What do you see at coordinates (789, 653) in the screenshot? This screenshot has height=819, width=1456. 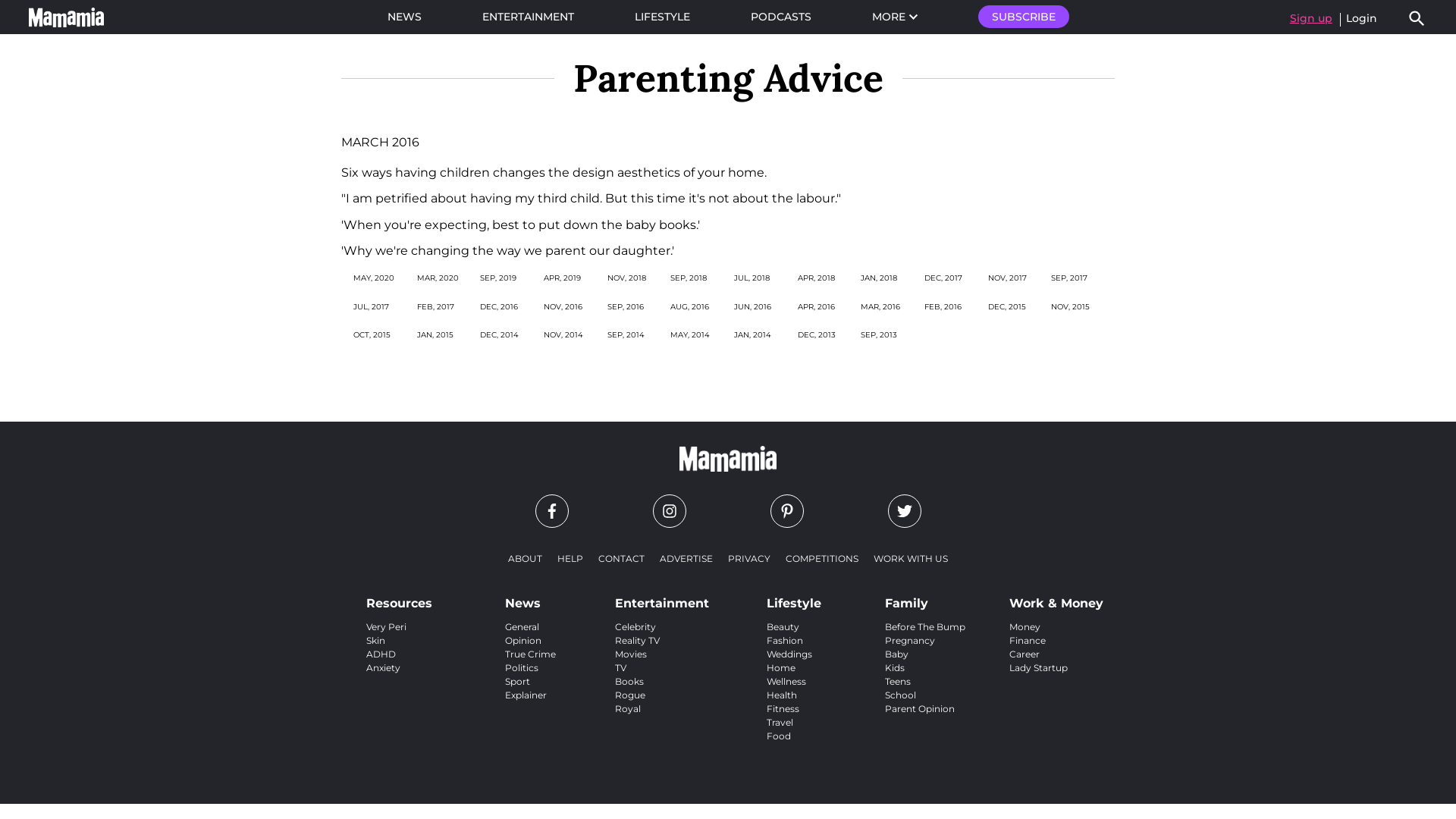 I see `'Weddings'` at bounding box center [789, 653].